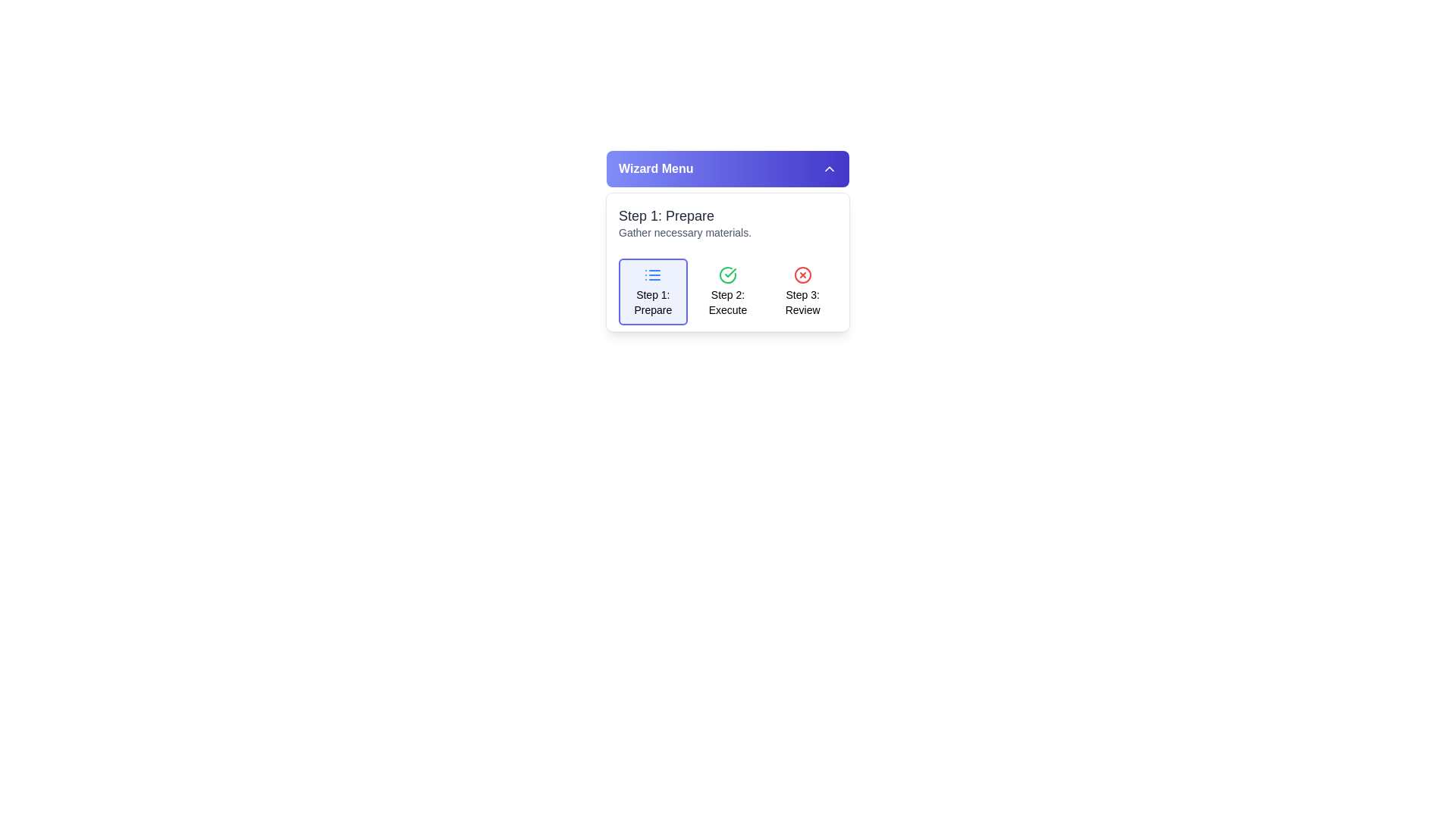 The width and height of the screenshot is (1456, 819). What do you see at coordinates (829, 169) in the screenshot?
I see `the Chevron-Up or Collapse Icon located on the right-hand side of the 'Wizard Menu' bar` at bounding box center [829, 169].